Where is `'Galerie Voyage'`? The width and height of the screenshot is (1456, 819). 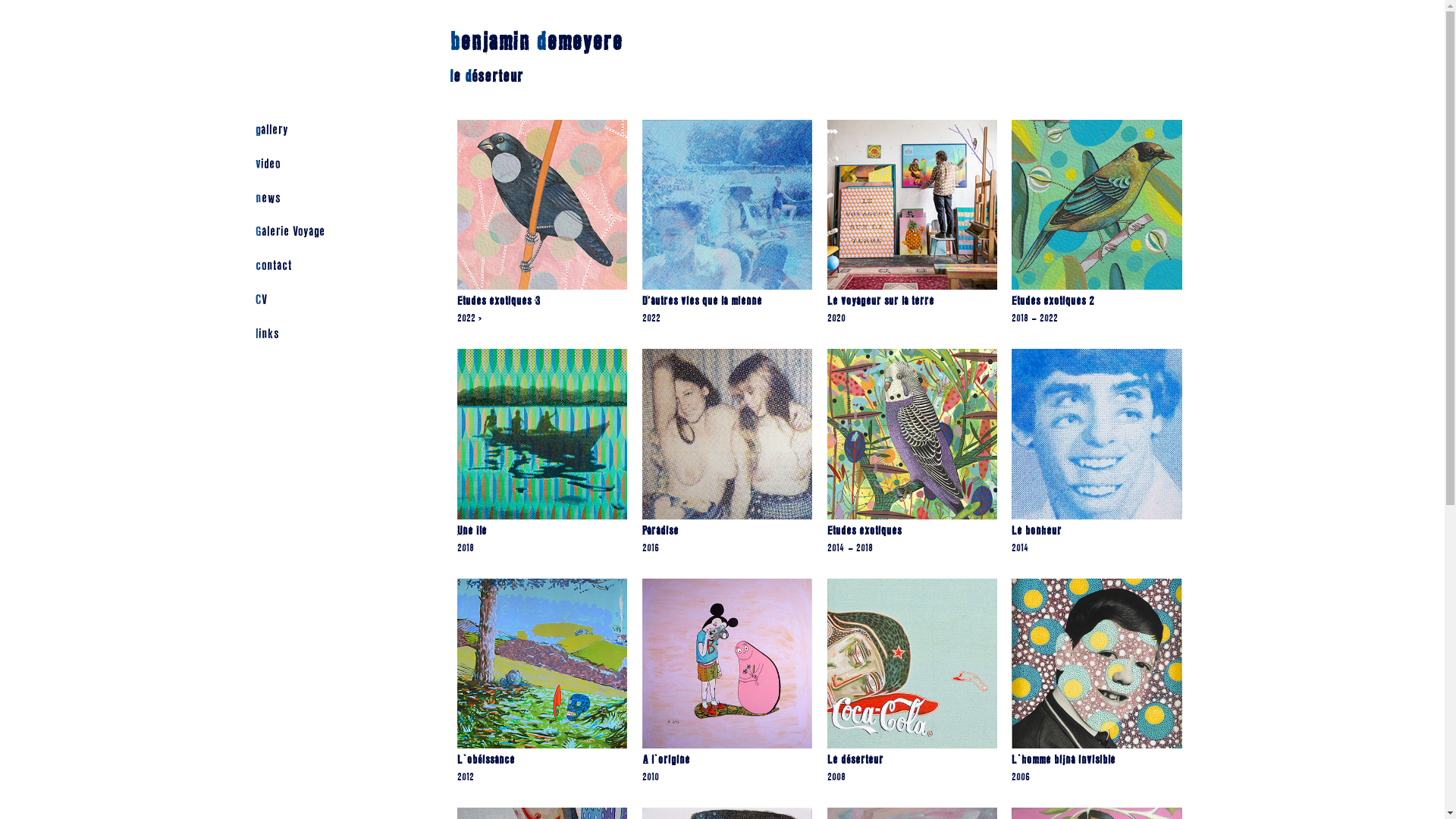 'Galerie Voyage' is located at coordinates (331, 232).